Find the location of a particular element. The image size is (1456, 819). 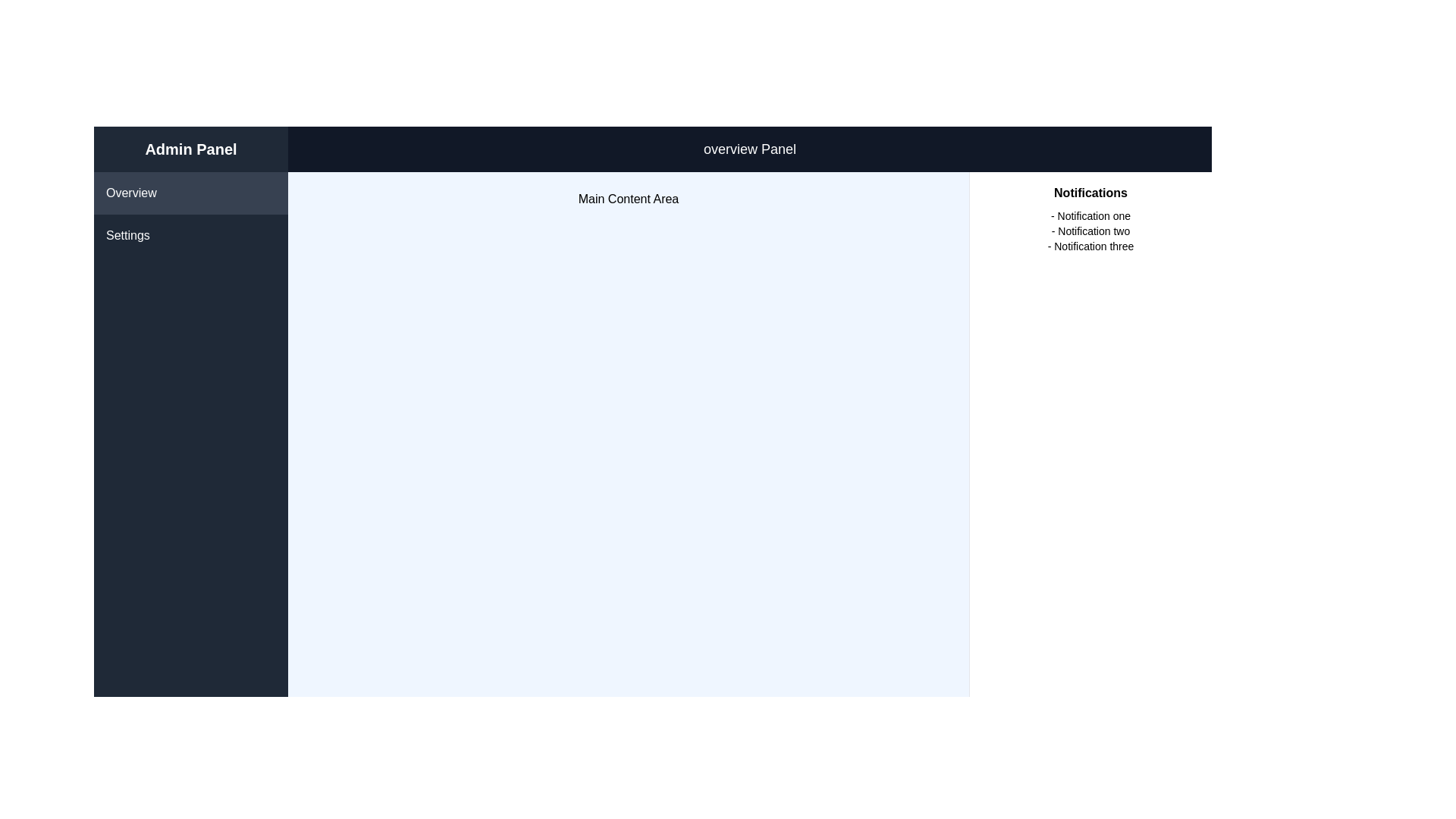

the text label that serves as the title for the notification list located at the top of the vertical list on the right side of the layout is located at coordinates (1090, 192).